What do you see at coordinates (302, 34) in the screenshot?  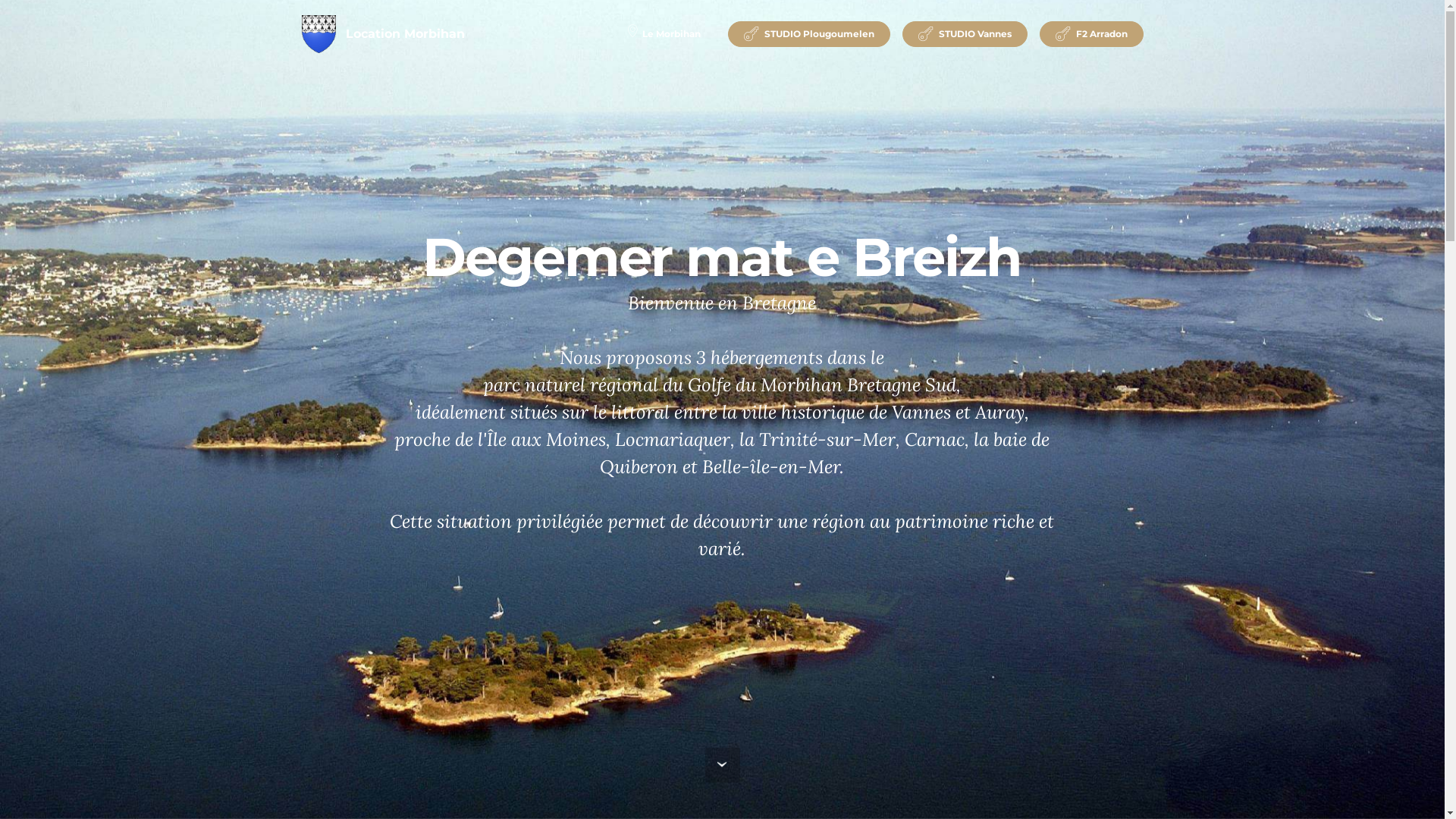 I see `'Location Morbihan'` at bounding box center [302, 34].